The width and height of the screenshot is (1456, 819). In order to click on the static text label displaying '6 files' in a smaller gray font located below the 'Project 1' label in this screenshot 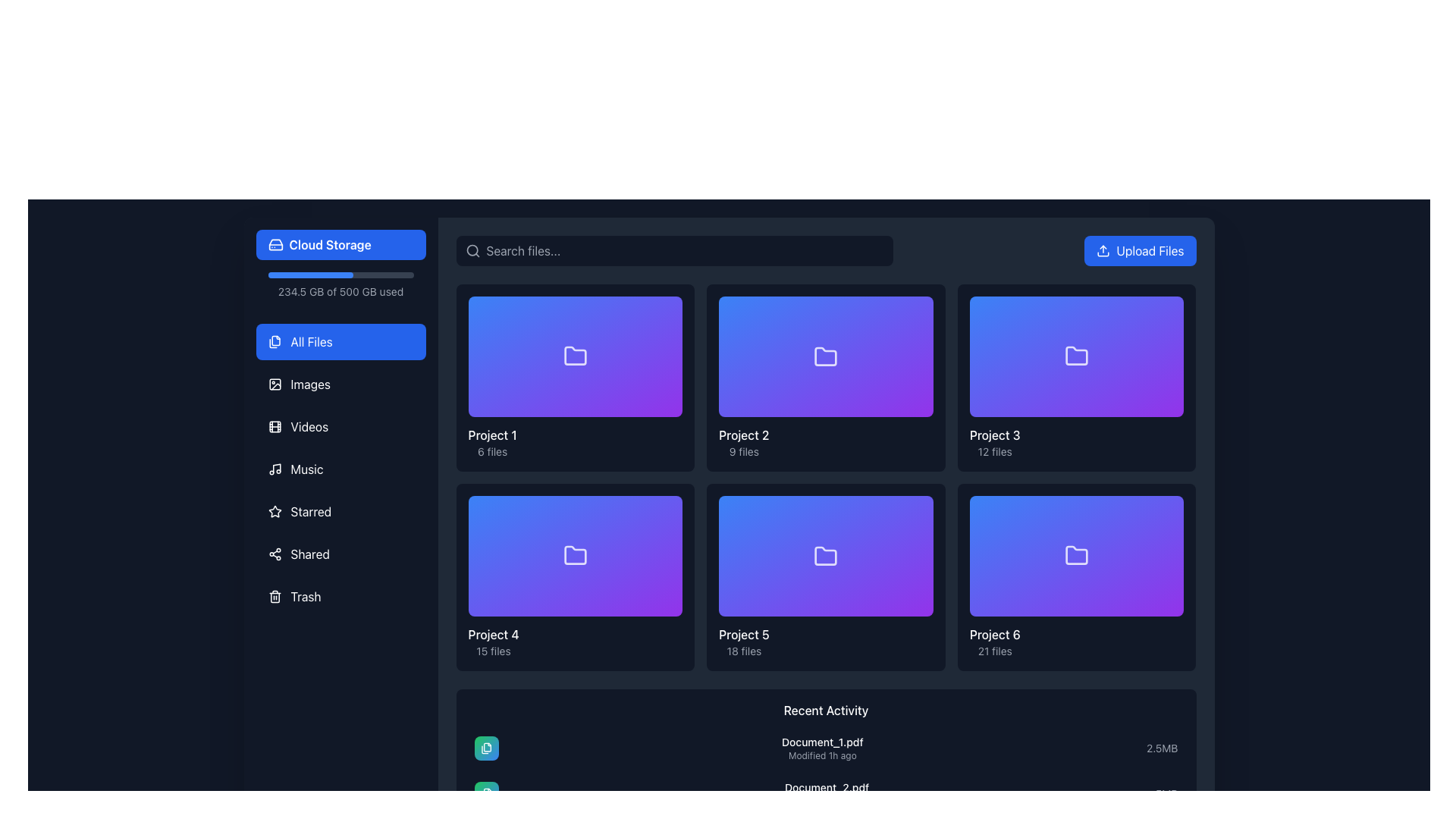, I will do `click(492, 450)`.